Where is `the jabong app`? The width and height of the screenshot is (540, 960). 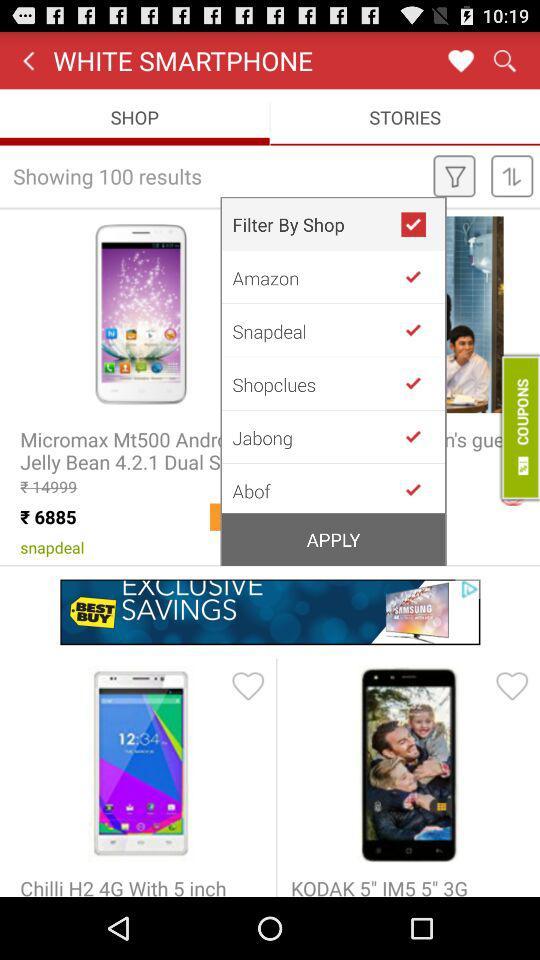
the jabong app is located at coordinates (316, 437).